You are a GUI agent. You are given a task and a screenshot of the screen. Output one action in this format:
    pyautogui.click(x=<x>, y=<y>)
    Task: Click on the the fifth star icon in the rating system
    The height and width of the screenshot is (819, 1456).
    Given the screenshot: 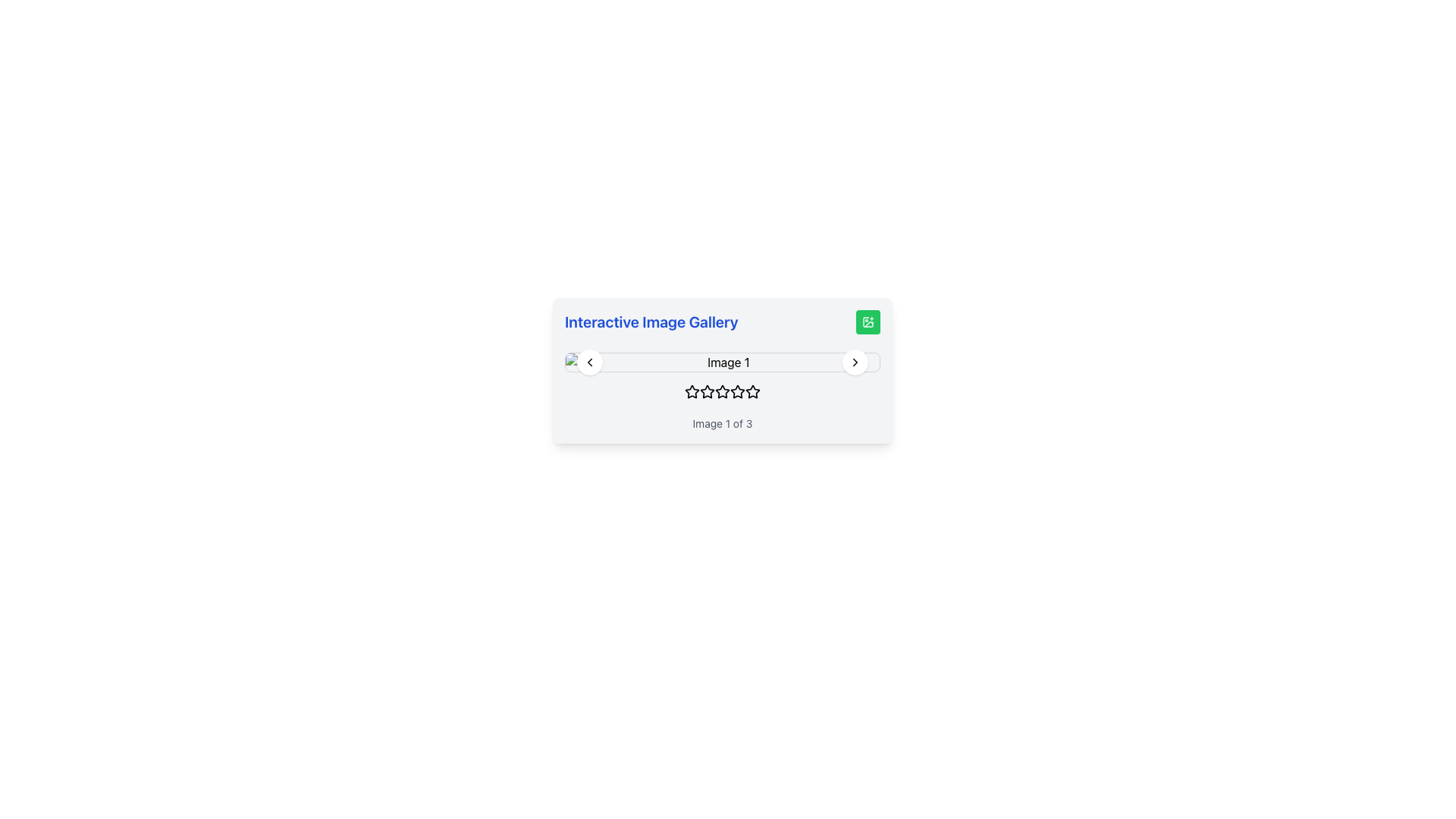 What is the action you would take?
    pyautogui.click(x=752, y=391)
    